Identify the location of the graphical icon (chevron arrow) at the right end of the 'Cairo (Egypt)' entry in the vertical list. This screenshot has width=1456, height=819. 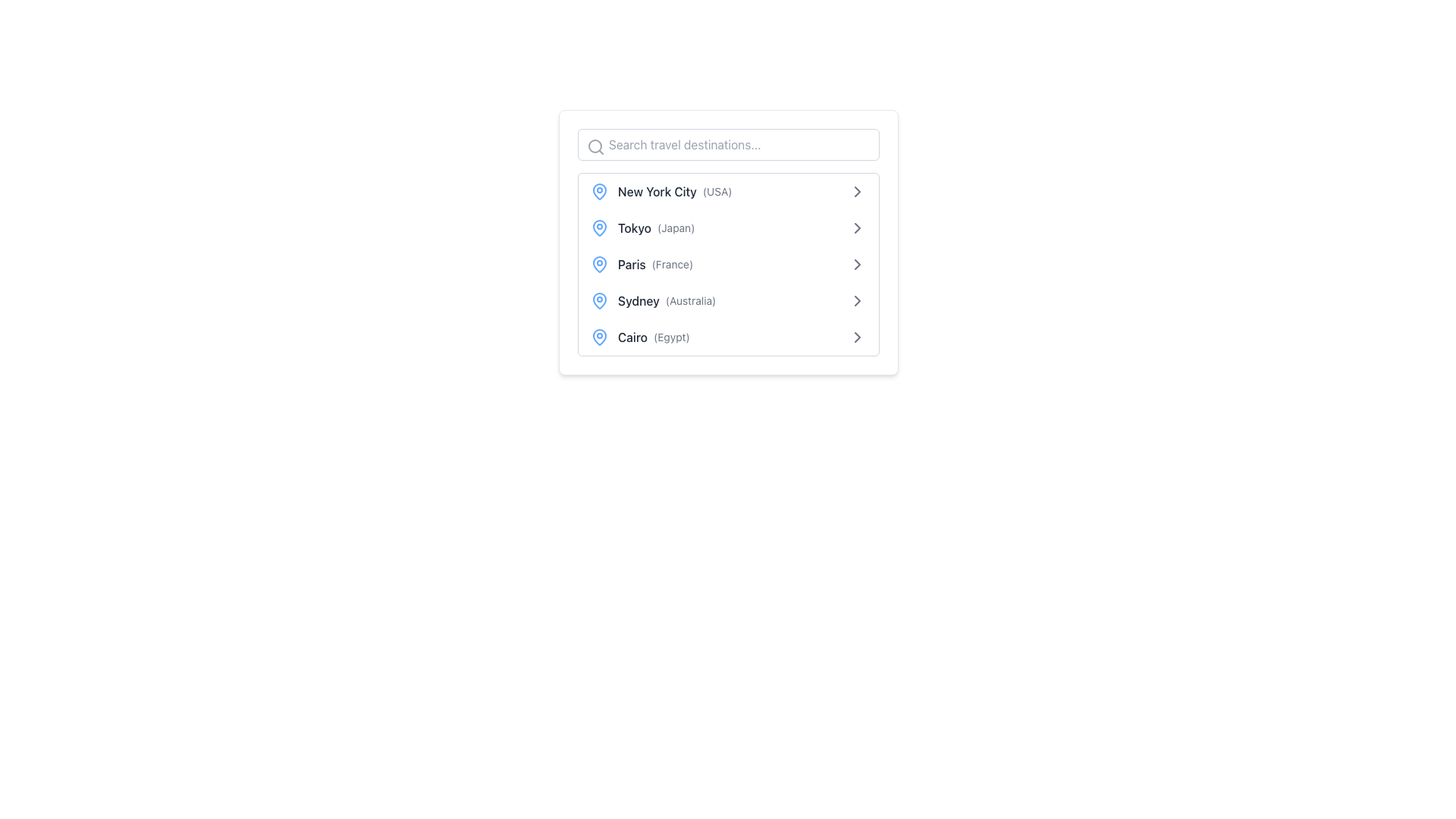
(858, 336).